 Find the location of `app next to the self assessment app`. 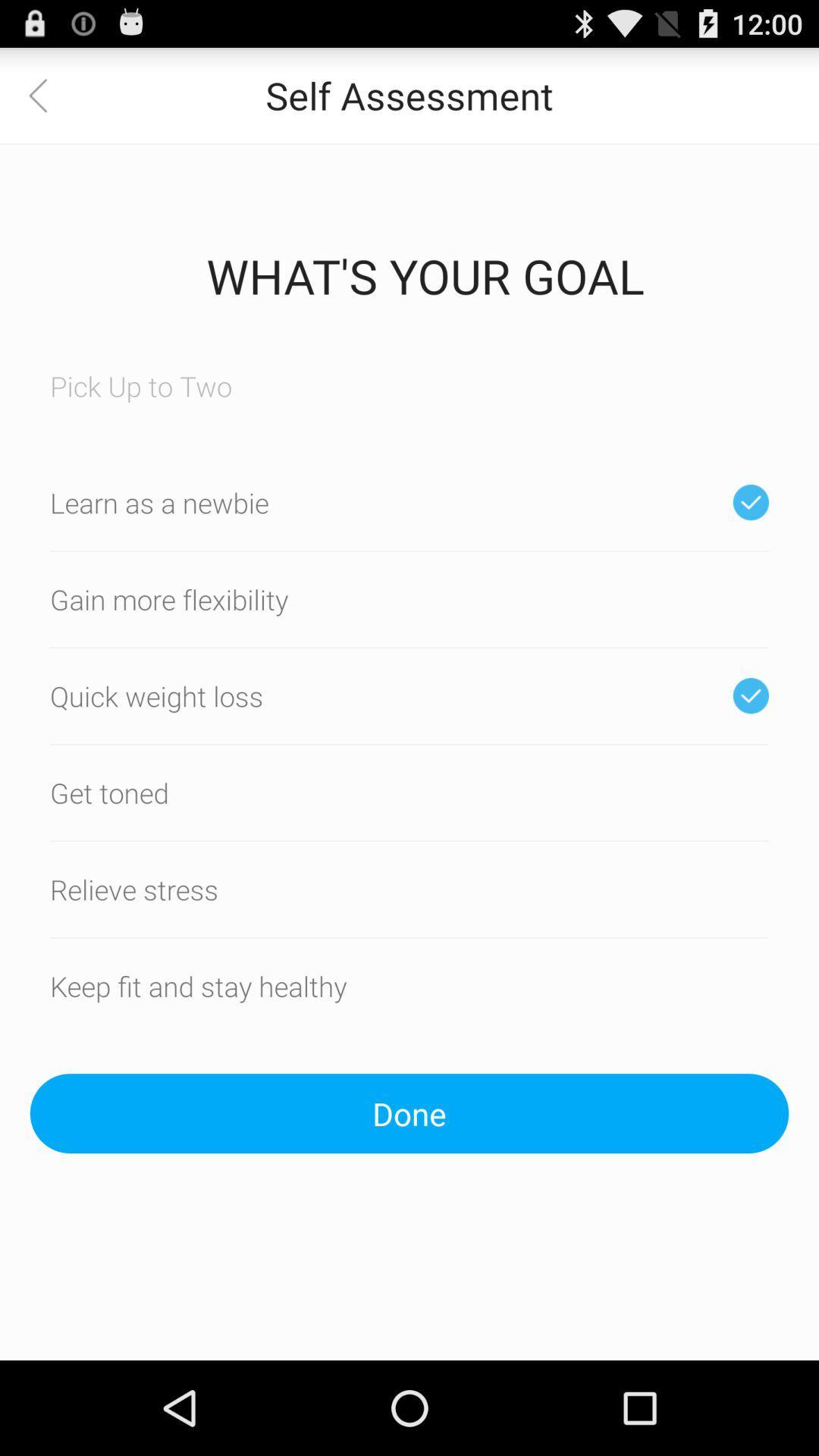

app next to the self assessment app is located at coordinates (46, 94).